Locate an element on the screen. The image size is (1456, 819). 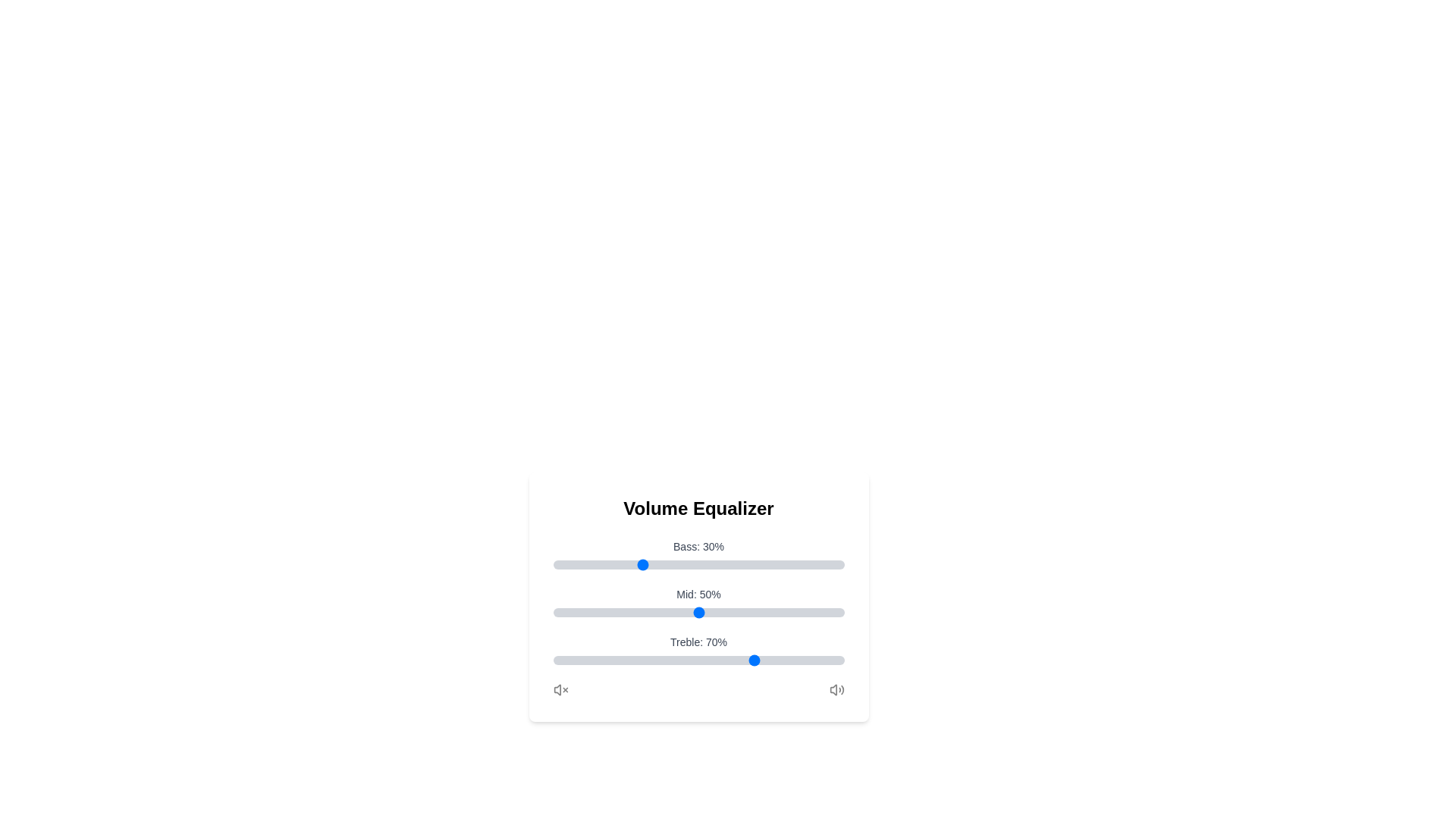
the Bass slider to set its value to 5 is located at coordinates (566, 564).